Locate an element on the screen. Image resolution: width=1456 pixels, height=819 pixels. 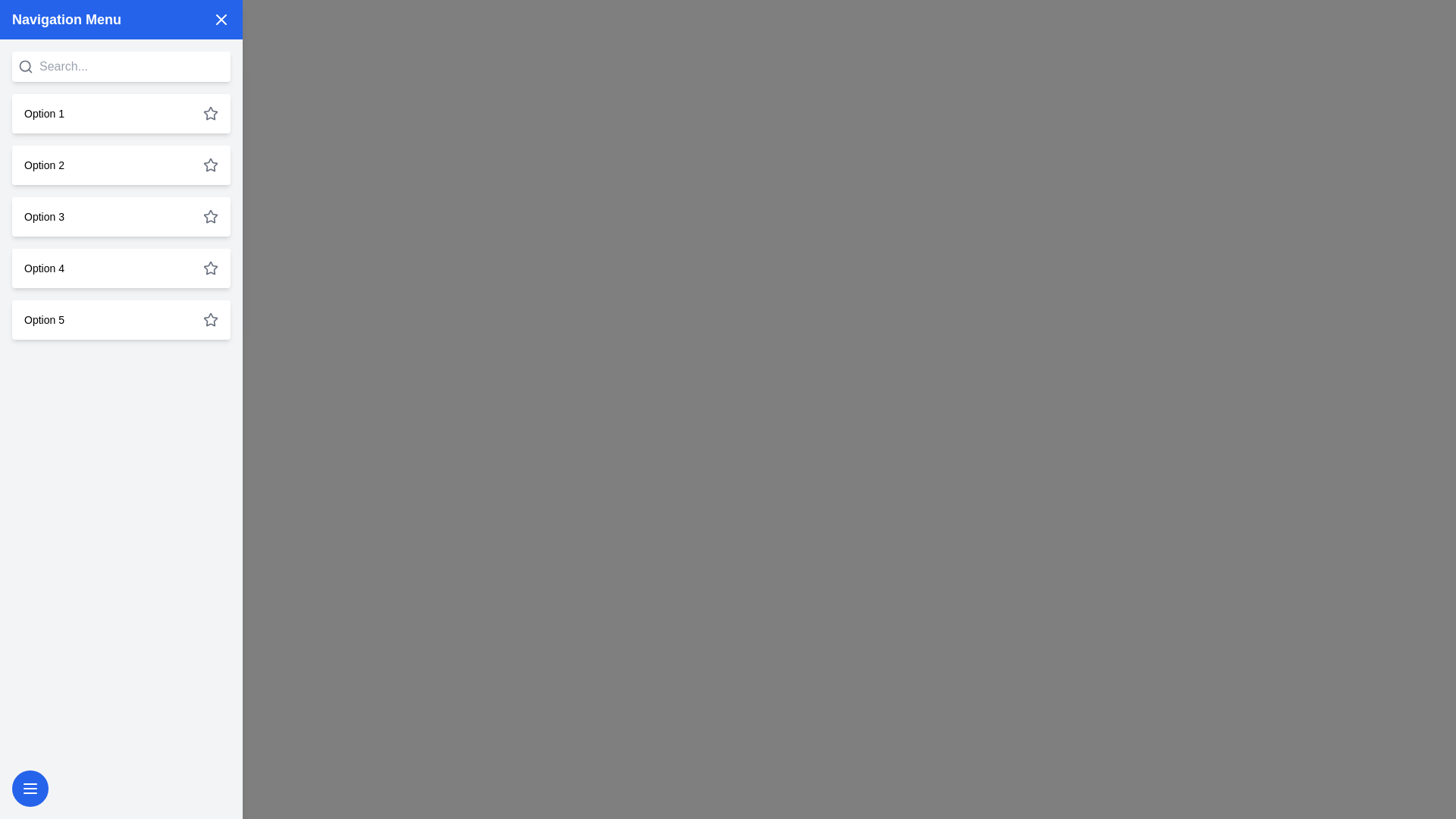
the hamburger menu icon located at the bottom-left corner of the interface is located at coordinates (30, 788).